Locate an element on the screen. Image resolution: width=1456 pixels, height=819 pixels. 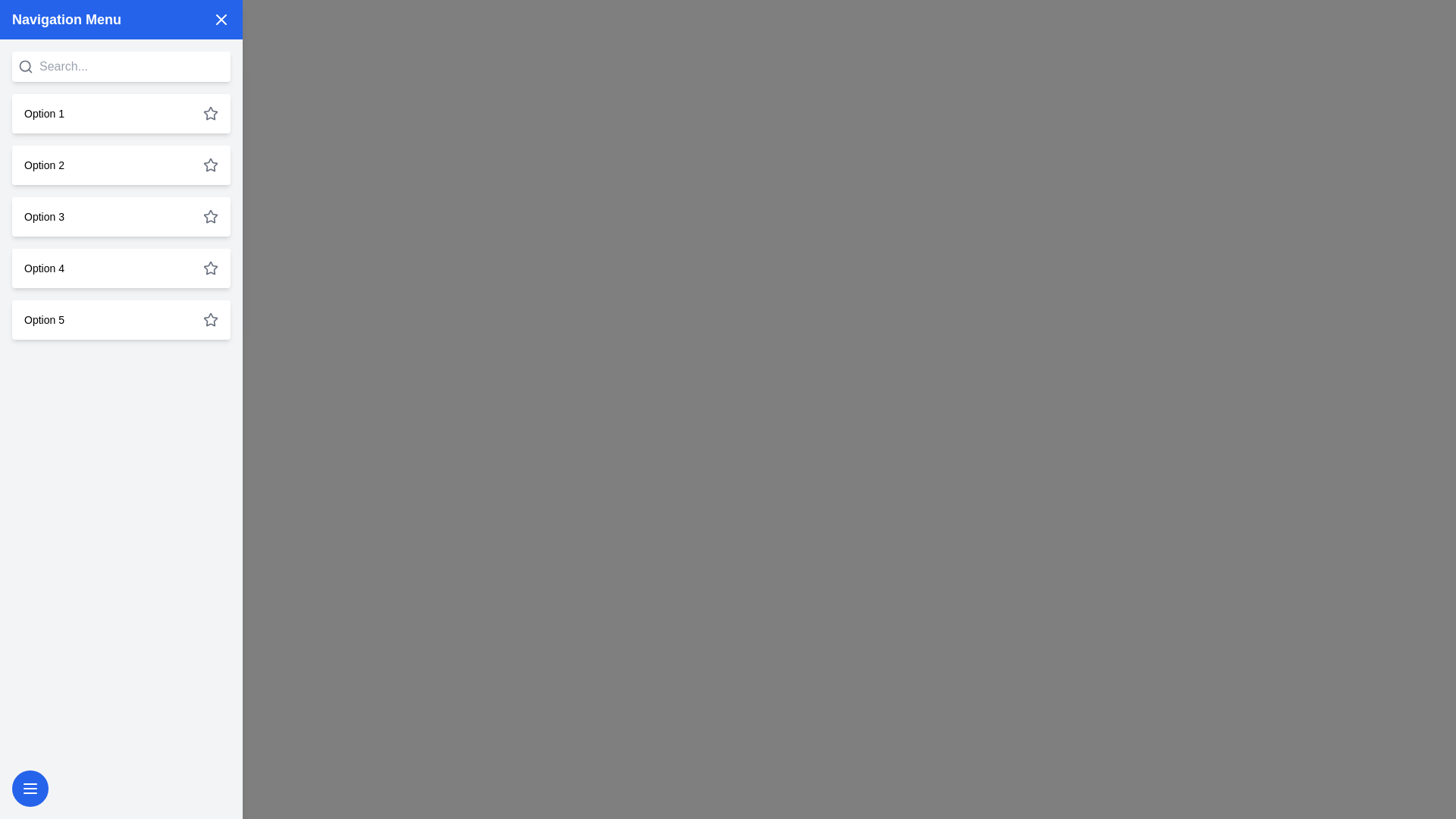
the hamburger menu icon located at the bottom-left corner of the interface is located at coordinates (30, 788).